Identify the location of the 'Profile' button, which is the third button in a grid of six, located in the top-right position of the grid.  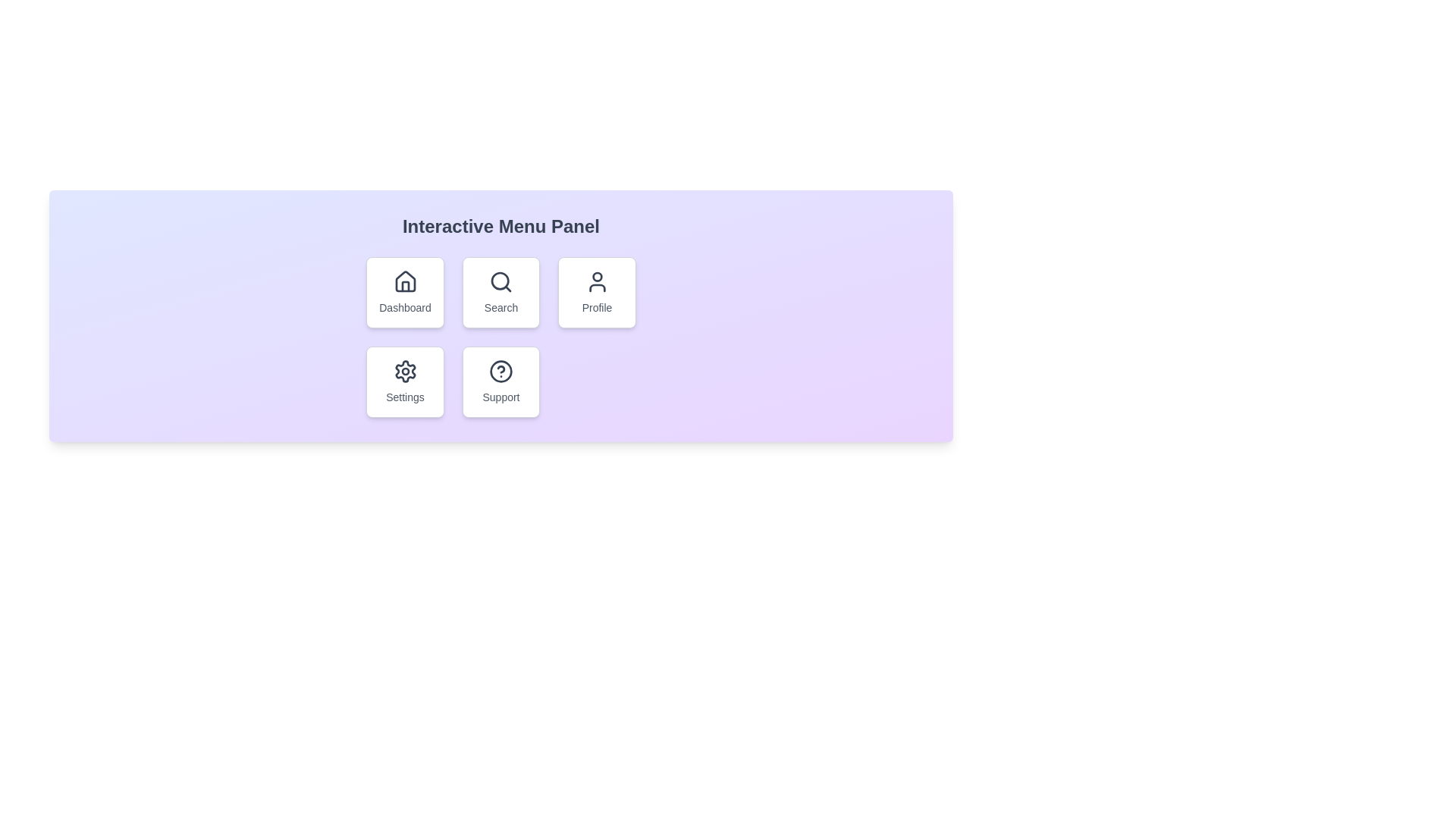
(596, 292).